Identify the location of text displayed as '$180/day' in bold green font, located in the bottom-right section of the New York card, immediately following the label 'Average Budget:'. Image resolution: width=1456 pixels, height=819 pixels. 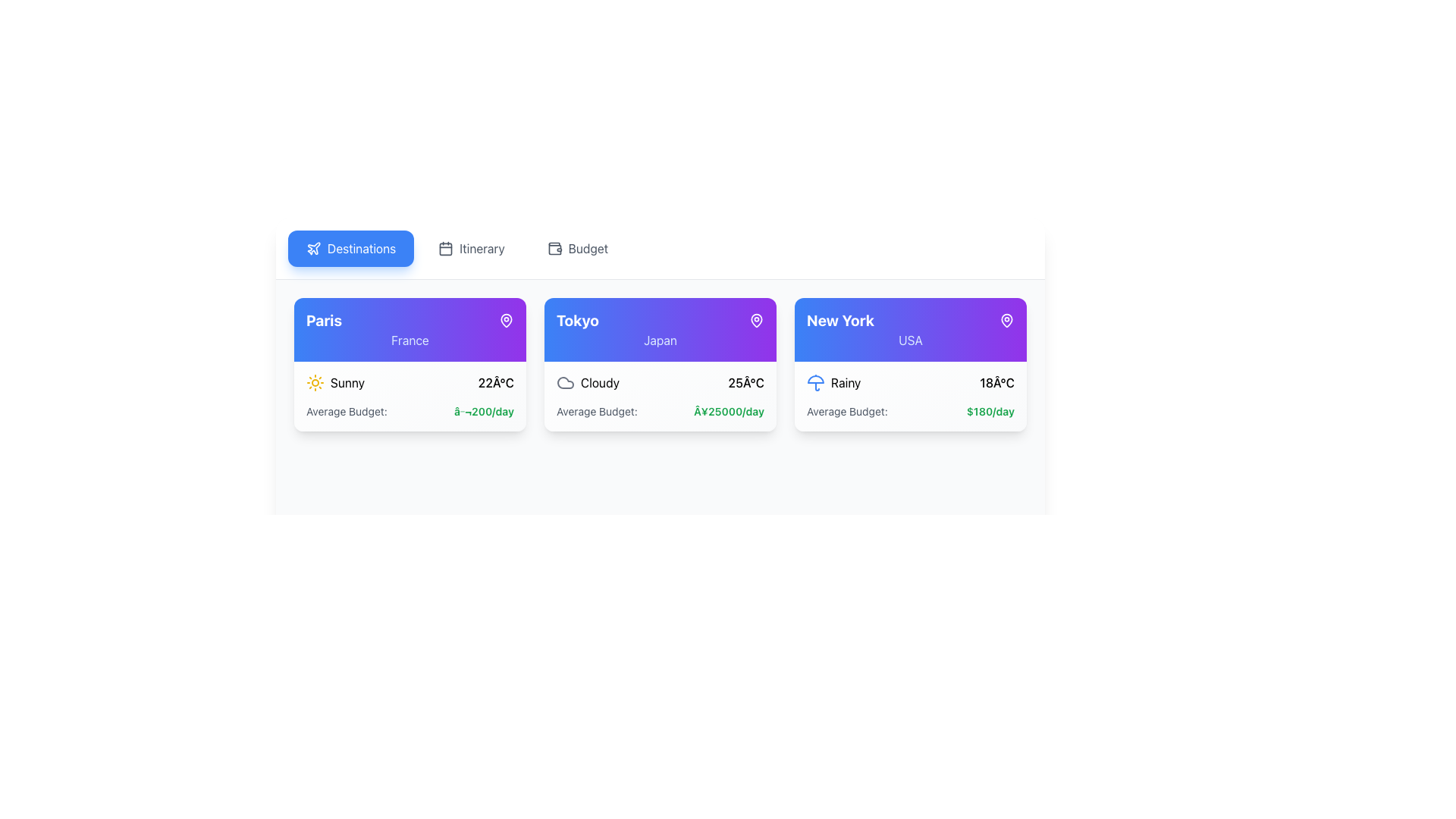
(990, 412).